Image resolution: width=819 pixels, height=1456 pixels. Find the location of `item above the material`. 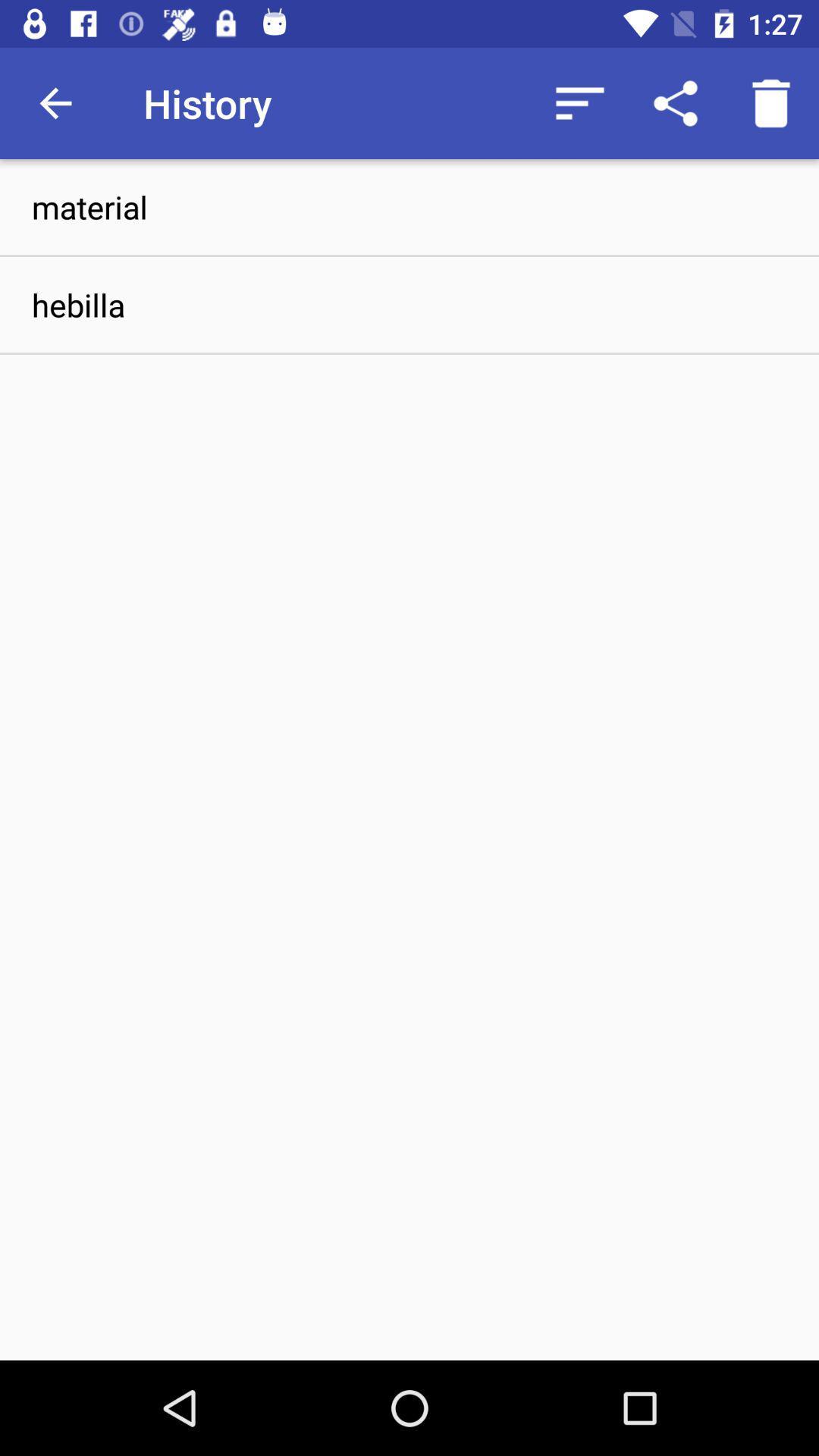

item above the material is located at coordinates (771, 102).